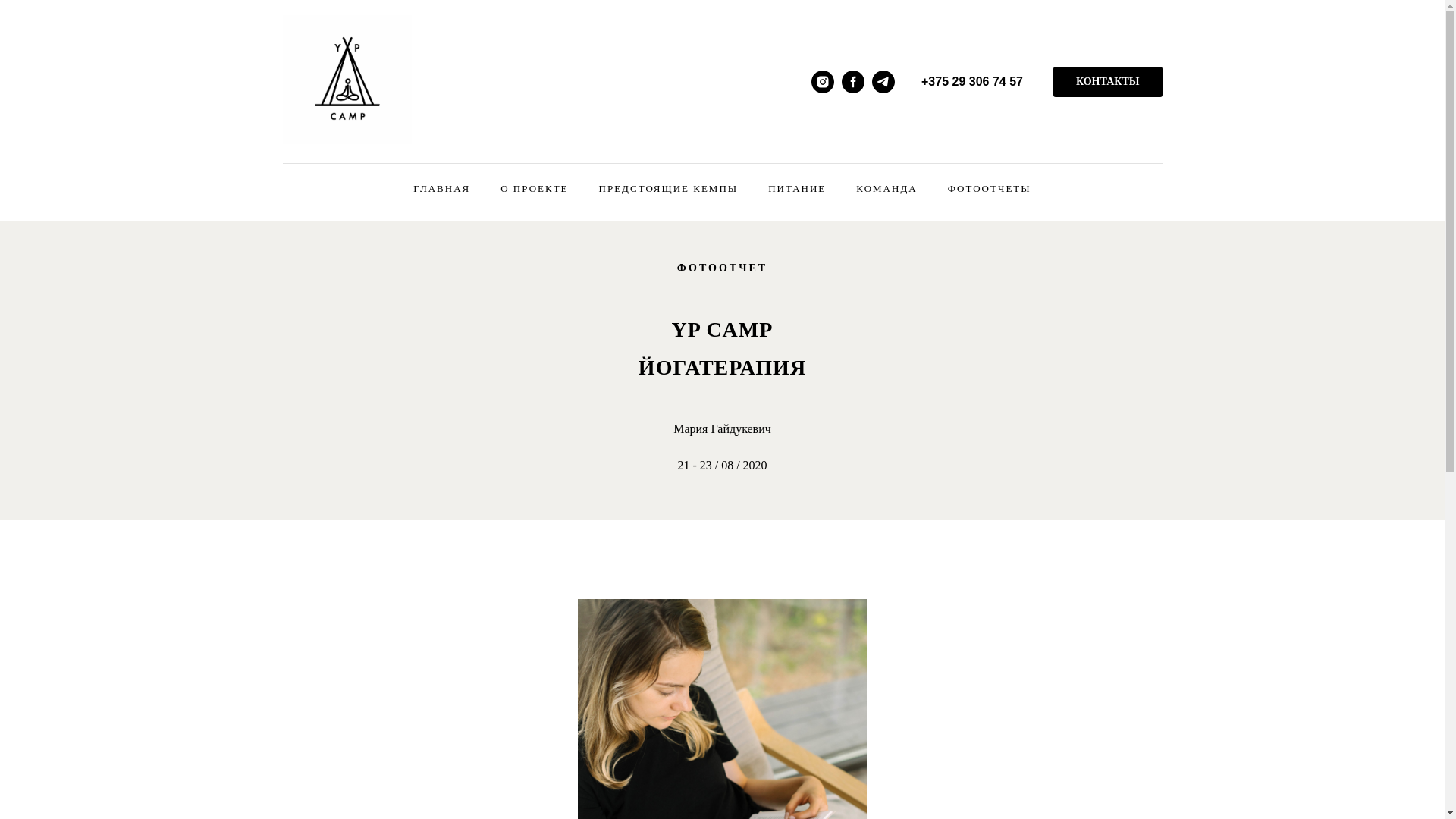 The image size is (1456, 819). I want to click on 'Telegram', so click(872, 82).